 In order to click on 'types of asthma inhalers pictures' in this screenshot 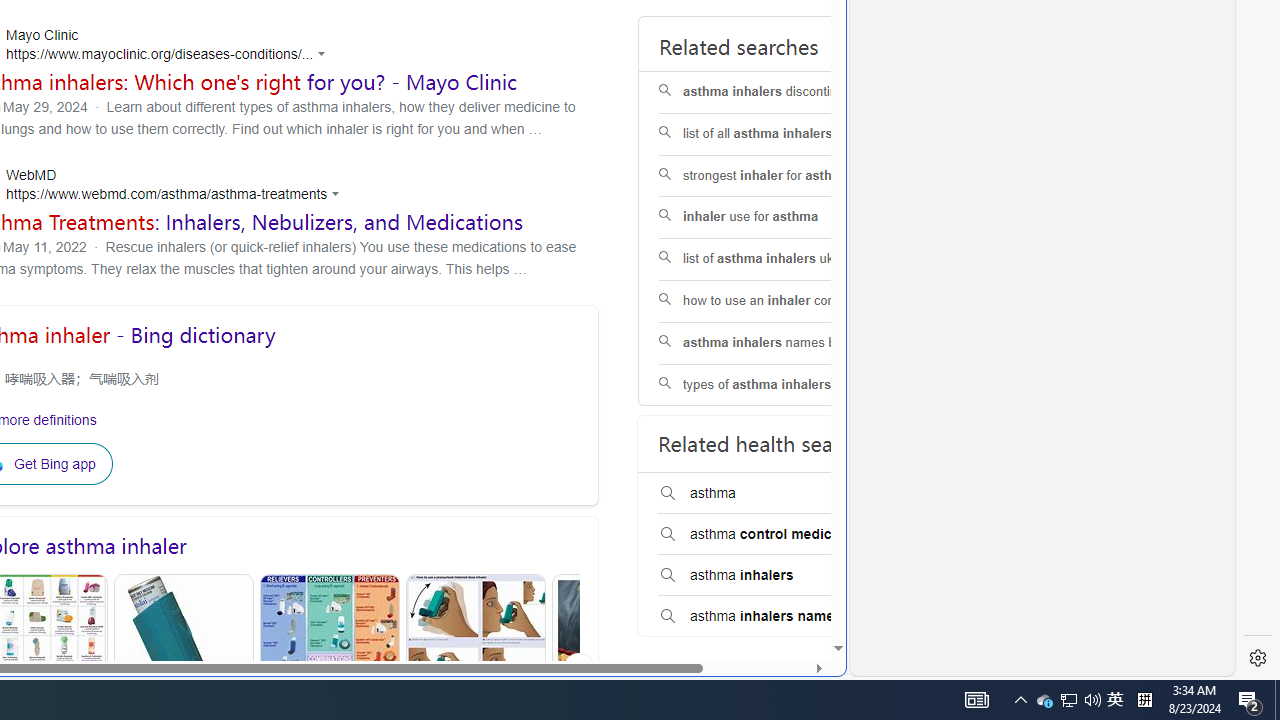, I will do `click(784, 385)`.